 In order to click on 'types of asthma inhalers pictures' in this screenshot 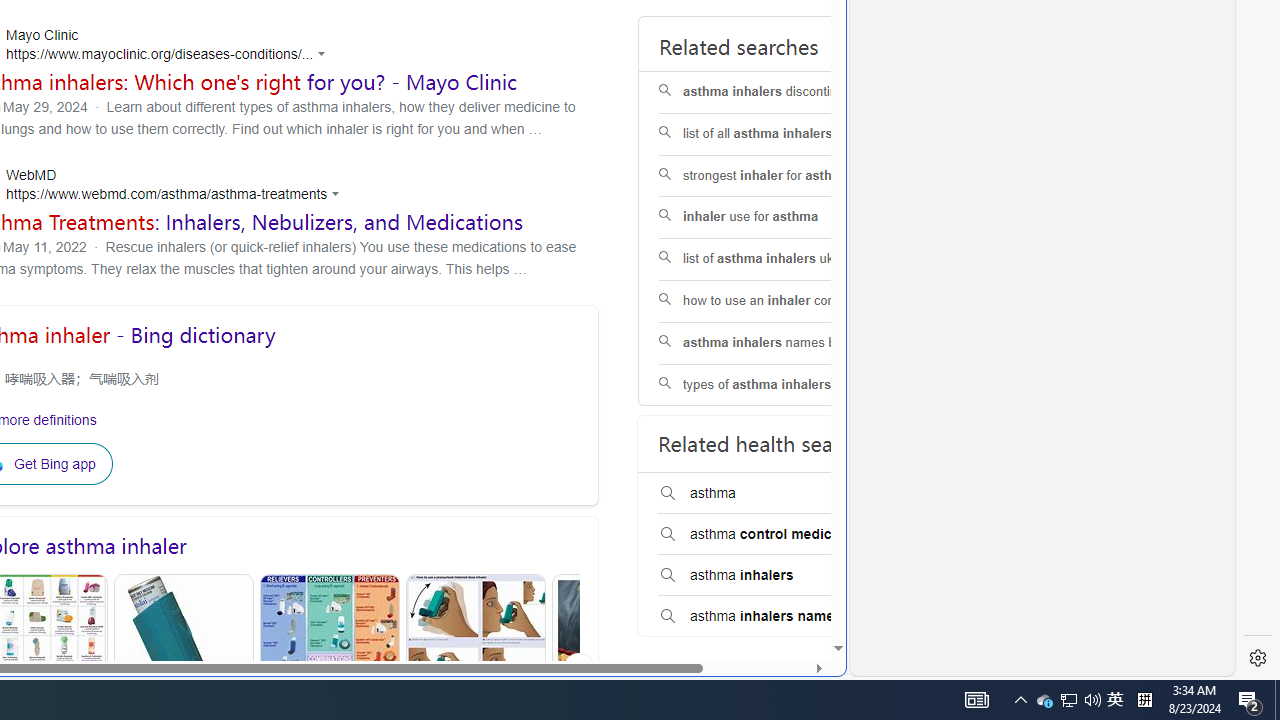, I will do `click(784, 385)`.